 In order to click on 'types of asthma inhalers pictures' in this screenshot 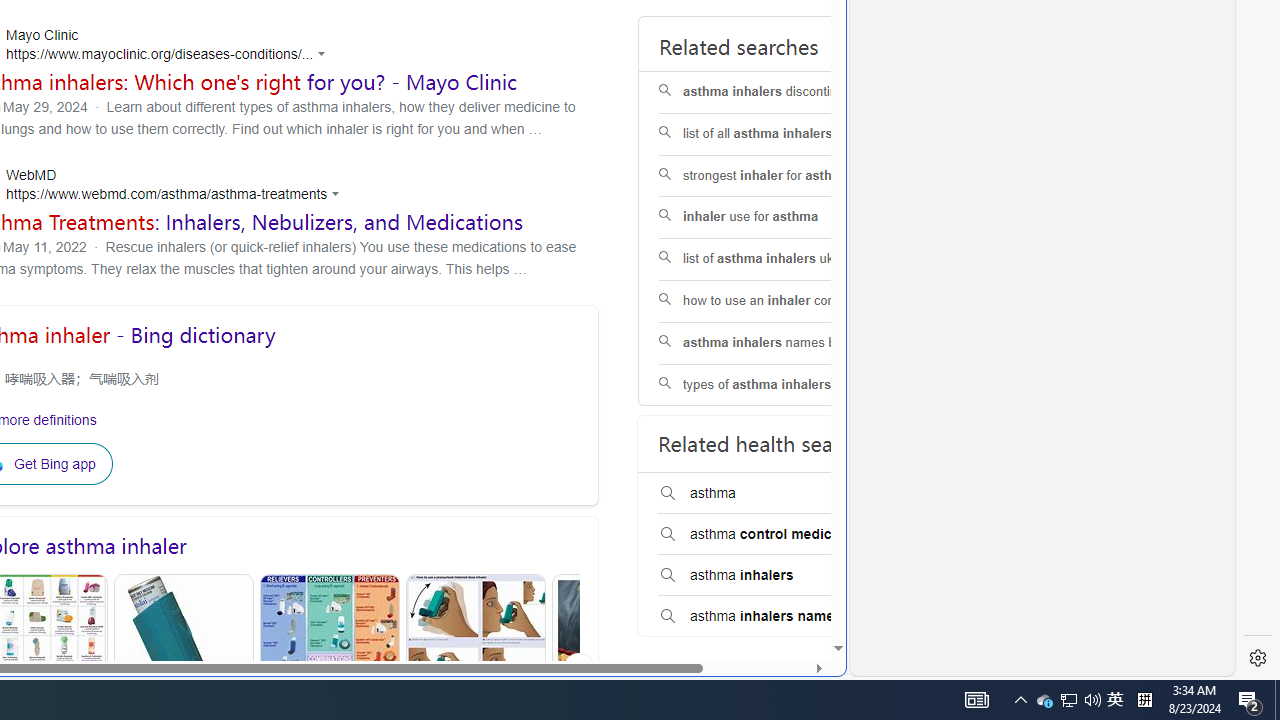, I will do `click(784, 385)`.